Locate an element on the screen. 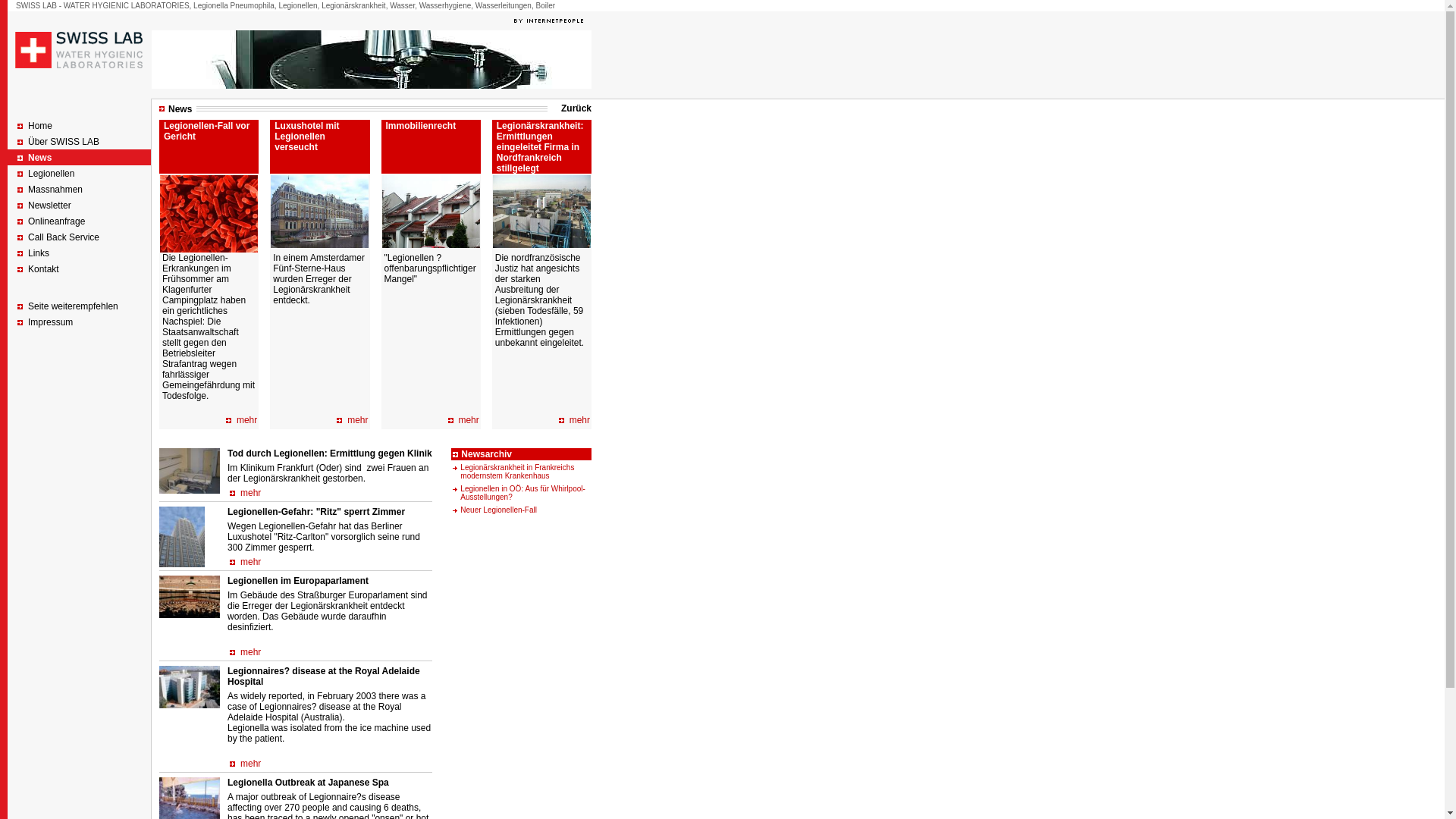 This screenshot has width=1456, height=819. 'Kontakt' is located at coordinates (43, 268).